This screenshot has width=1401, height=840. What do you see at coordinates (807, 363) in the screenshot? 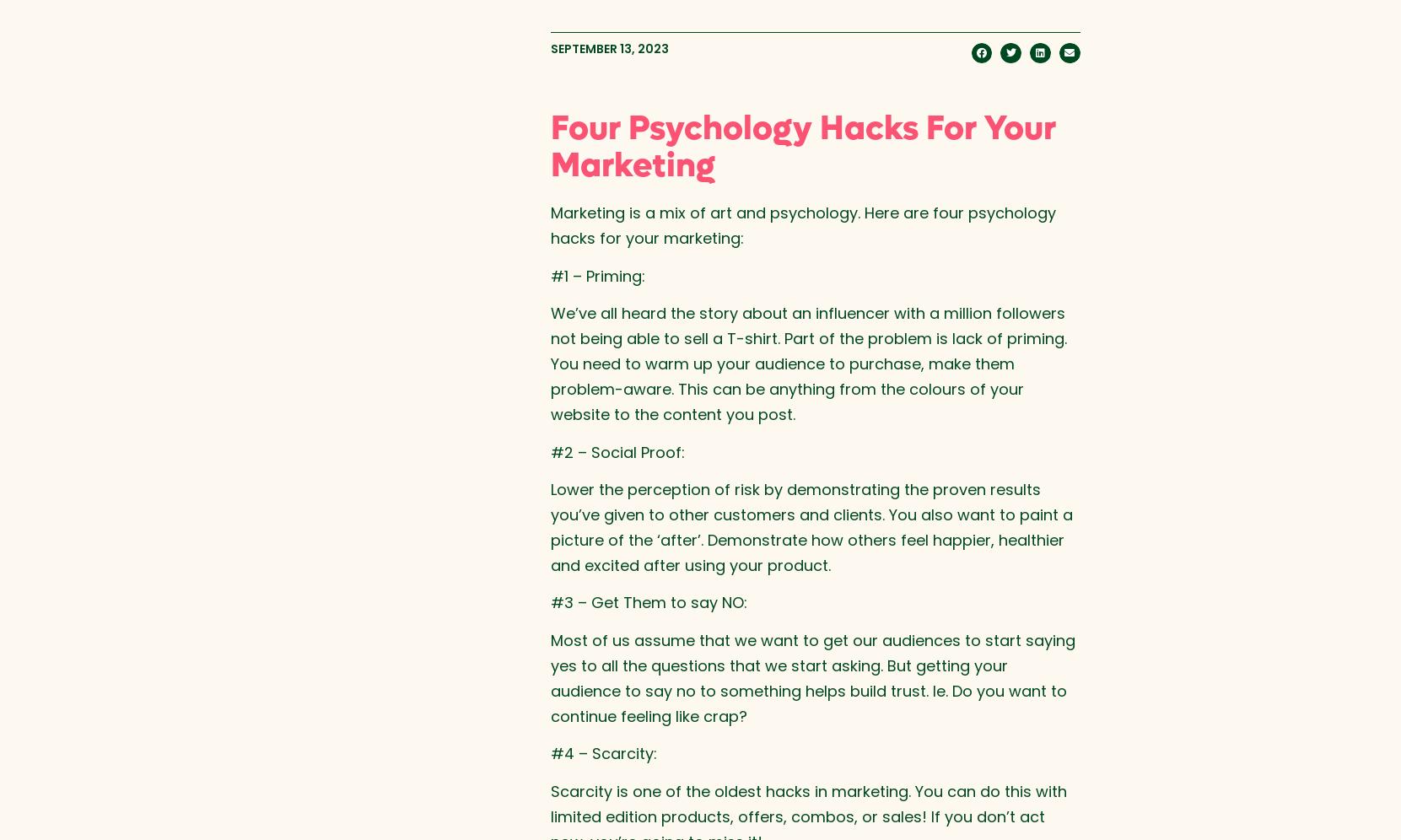
I see `'We’ve all heard the story about an influencer with a million followers not being able to sell a T-shirt. Part of the problem is lack of priming. You need to warm up your audience to purchase, make them problem-aware. This can be anything from the colours of your website to the content you post.'` at bounding box center [807, 363].